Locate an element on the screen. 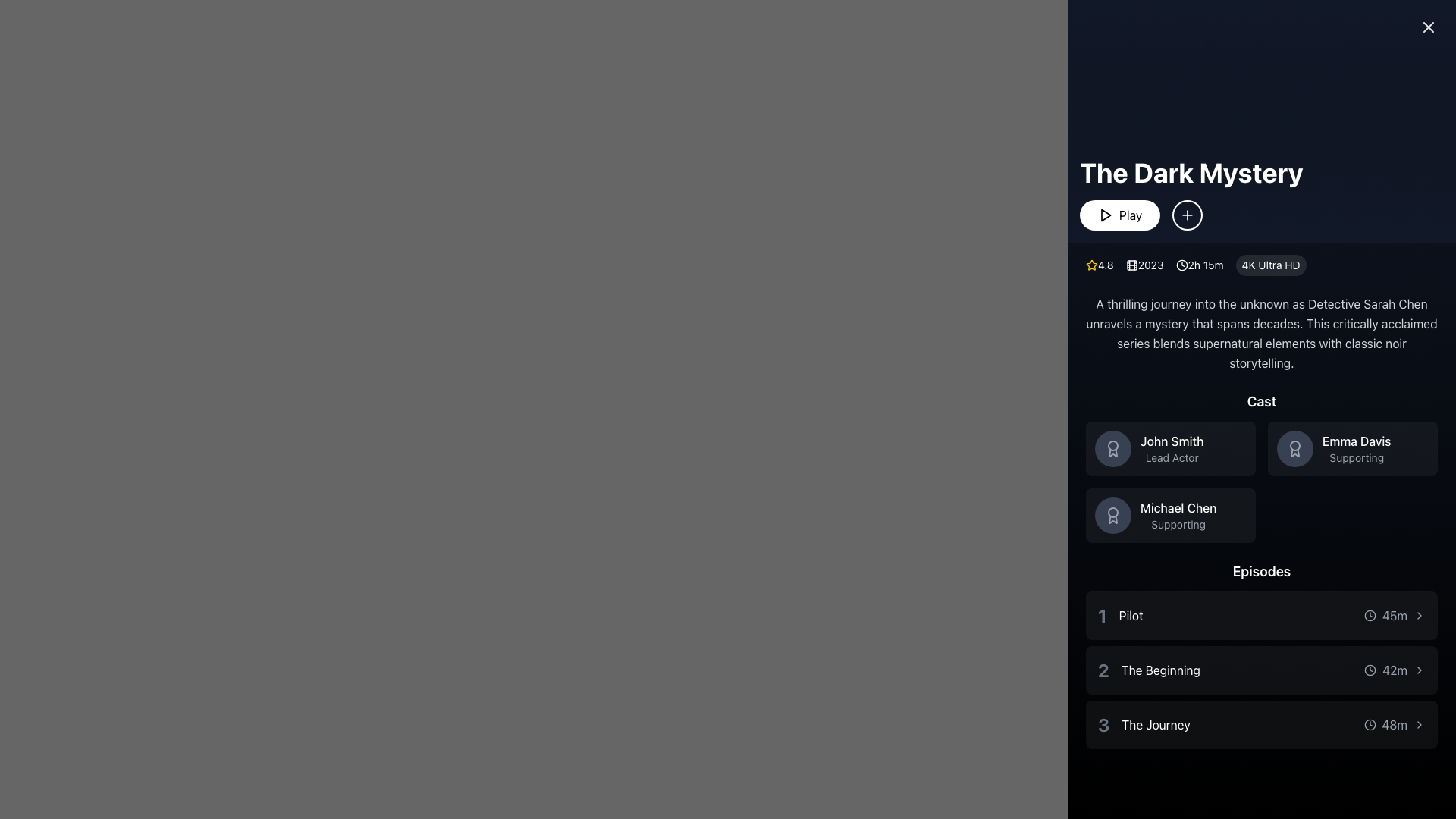  the non-interactive decorative SVG circle element, which is the outer circular frame of the clock icon next to the episode duration in the second episode card titled 'The Beginning' is located at coordinates (1370, 669).